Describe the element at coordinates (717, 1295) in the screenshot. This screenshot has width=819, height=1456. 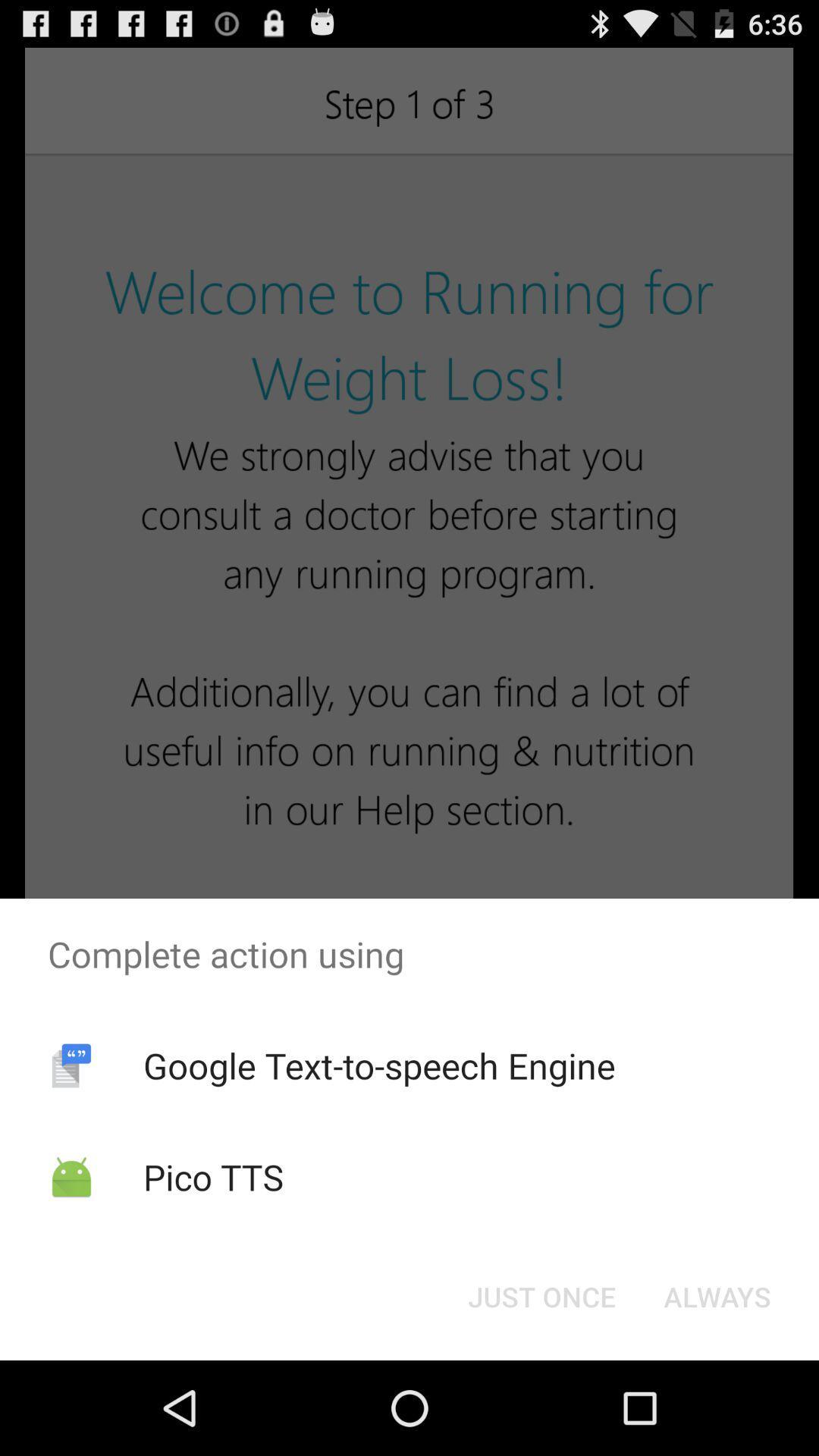
I see `button at the bottom right corner` at that location.